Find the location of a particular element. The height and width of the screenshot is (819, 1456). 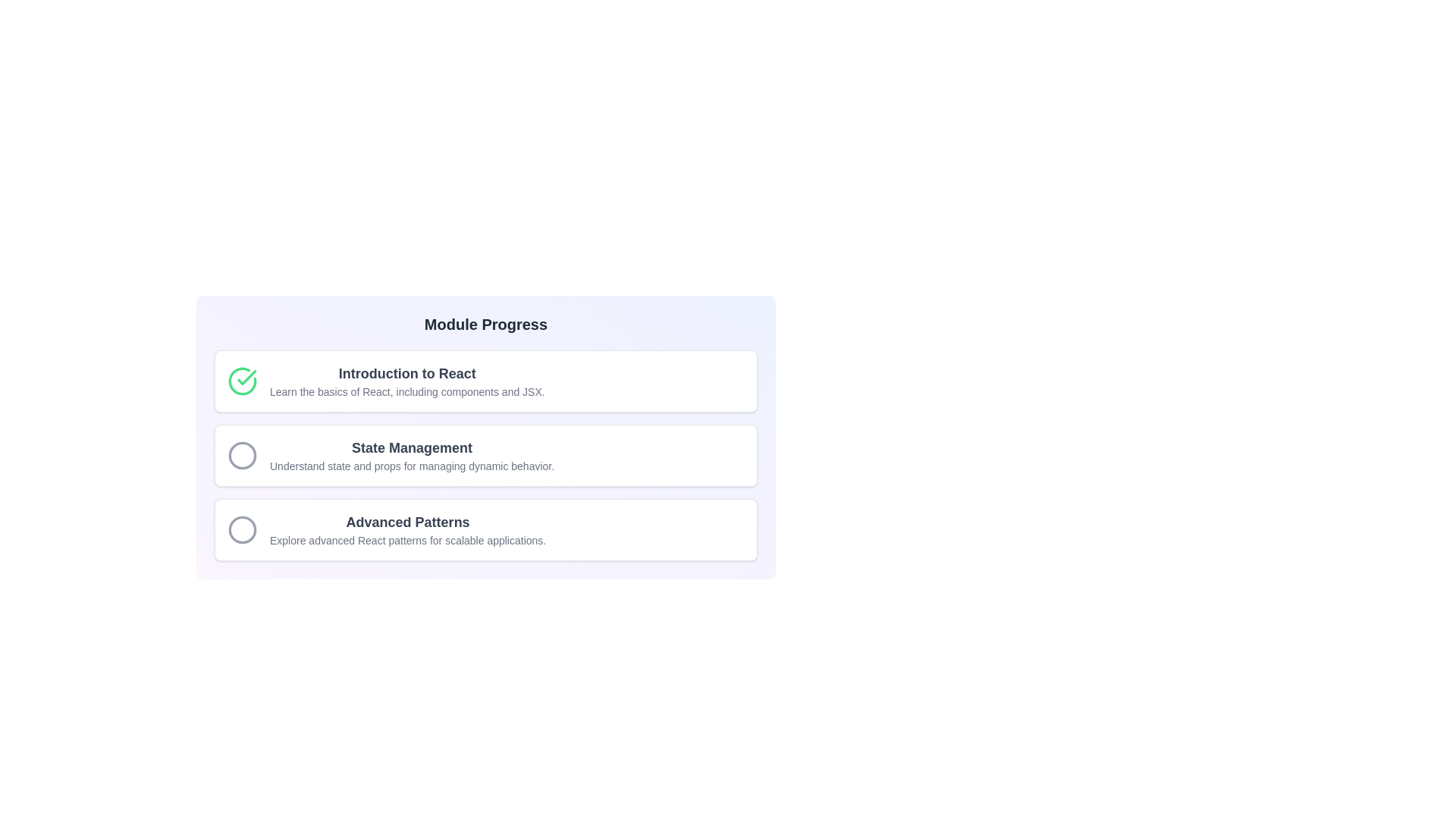

the 'Advanced Patterns' text label, which is a bold, darker gray title located in the module progress section, positioned below 'State Management' is located at coordinates (408, 522).